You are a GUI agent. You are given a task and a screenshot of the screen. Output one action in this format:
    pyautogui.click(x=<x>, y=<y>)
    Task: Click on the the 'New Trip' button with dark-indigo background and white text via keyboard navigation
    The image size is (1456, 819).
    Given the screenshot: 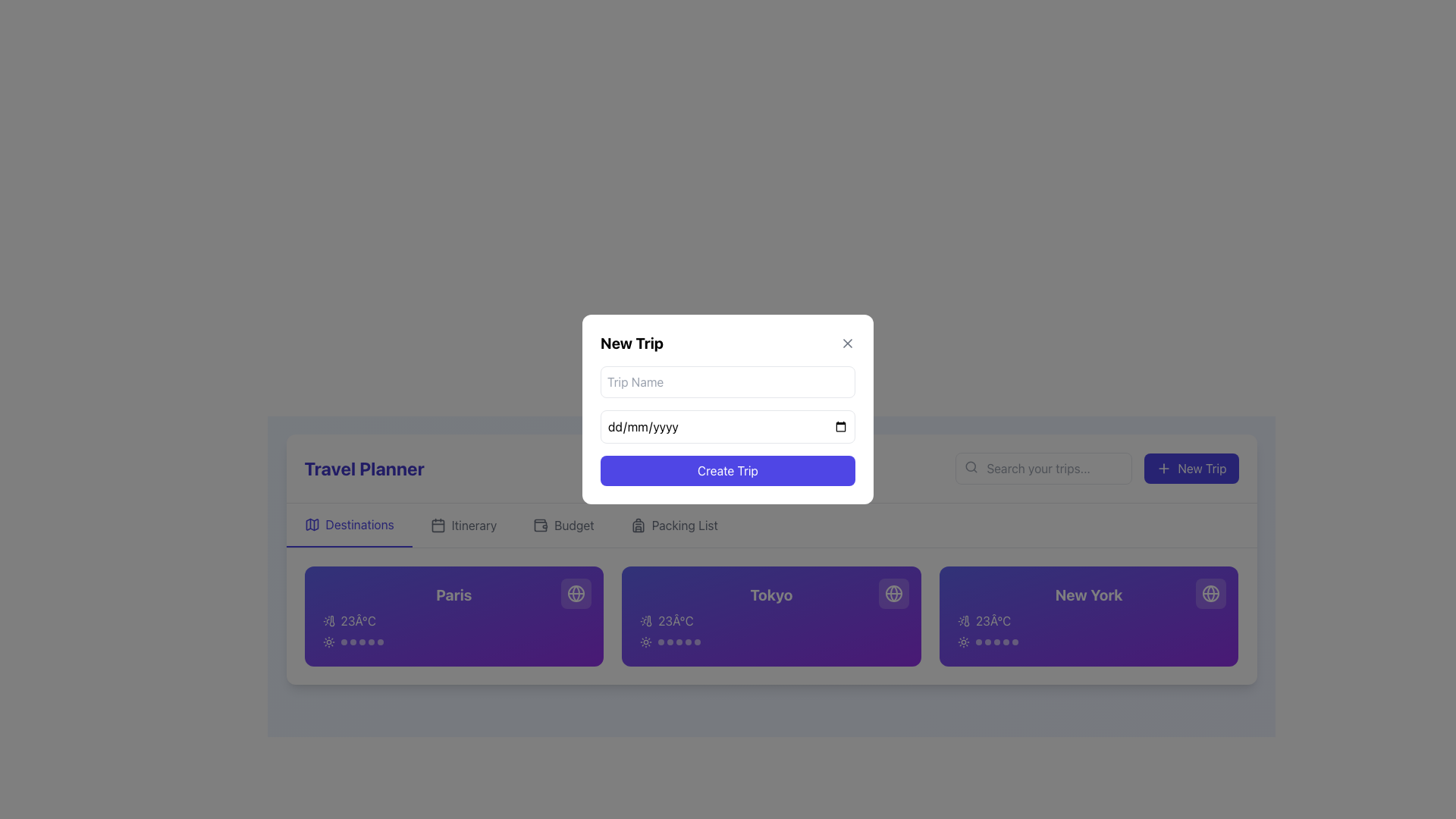 What is the action you would take?
    pyautogui.click(x=1191, y=467)
    